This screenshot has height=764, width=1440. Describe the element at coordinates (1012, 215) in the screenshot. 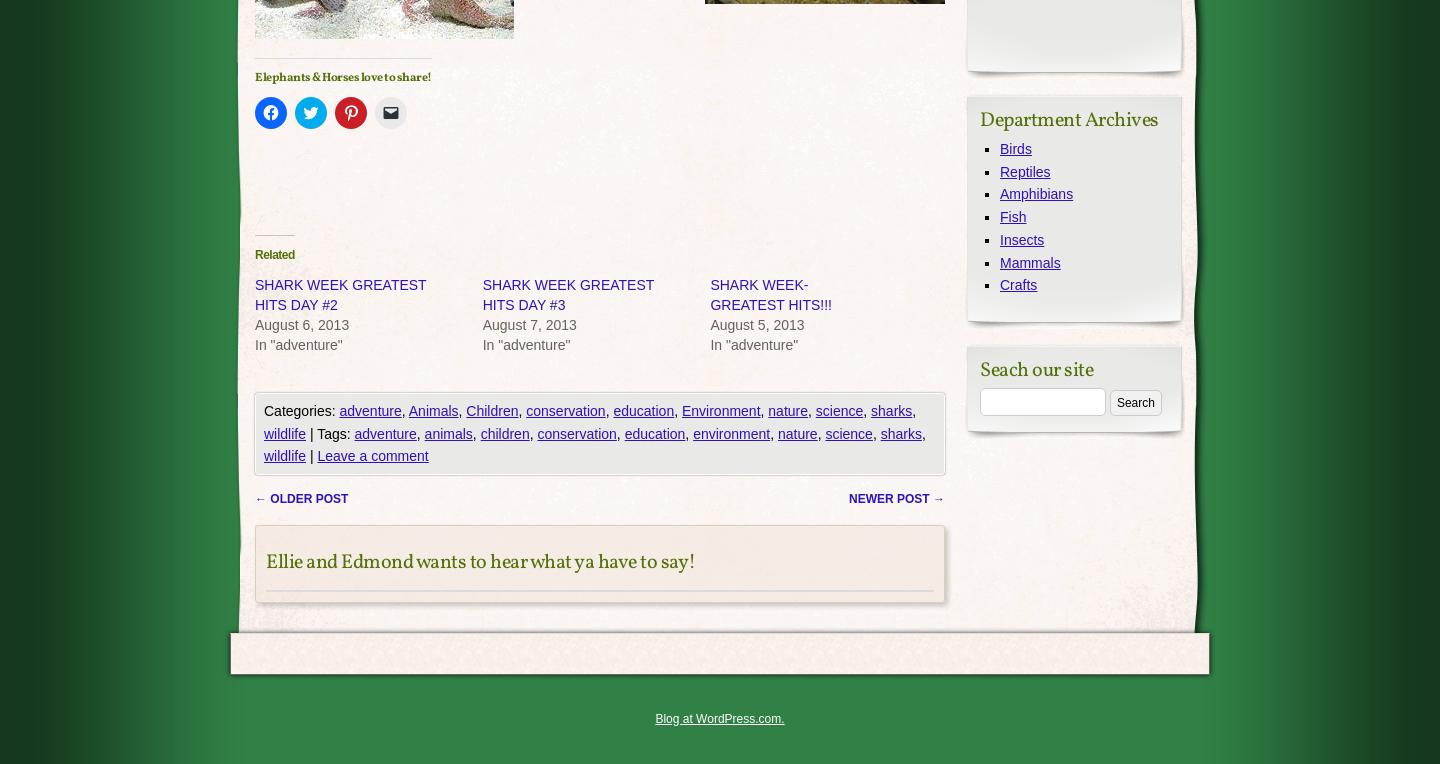

I see `'Fish'` at that location.